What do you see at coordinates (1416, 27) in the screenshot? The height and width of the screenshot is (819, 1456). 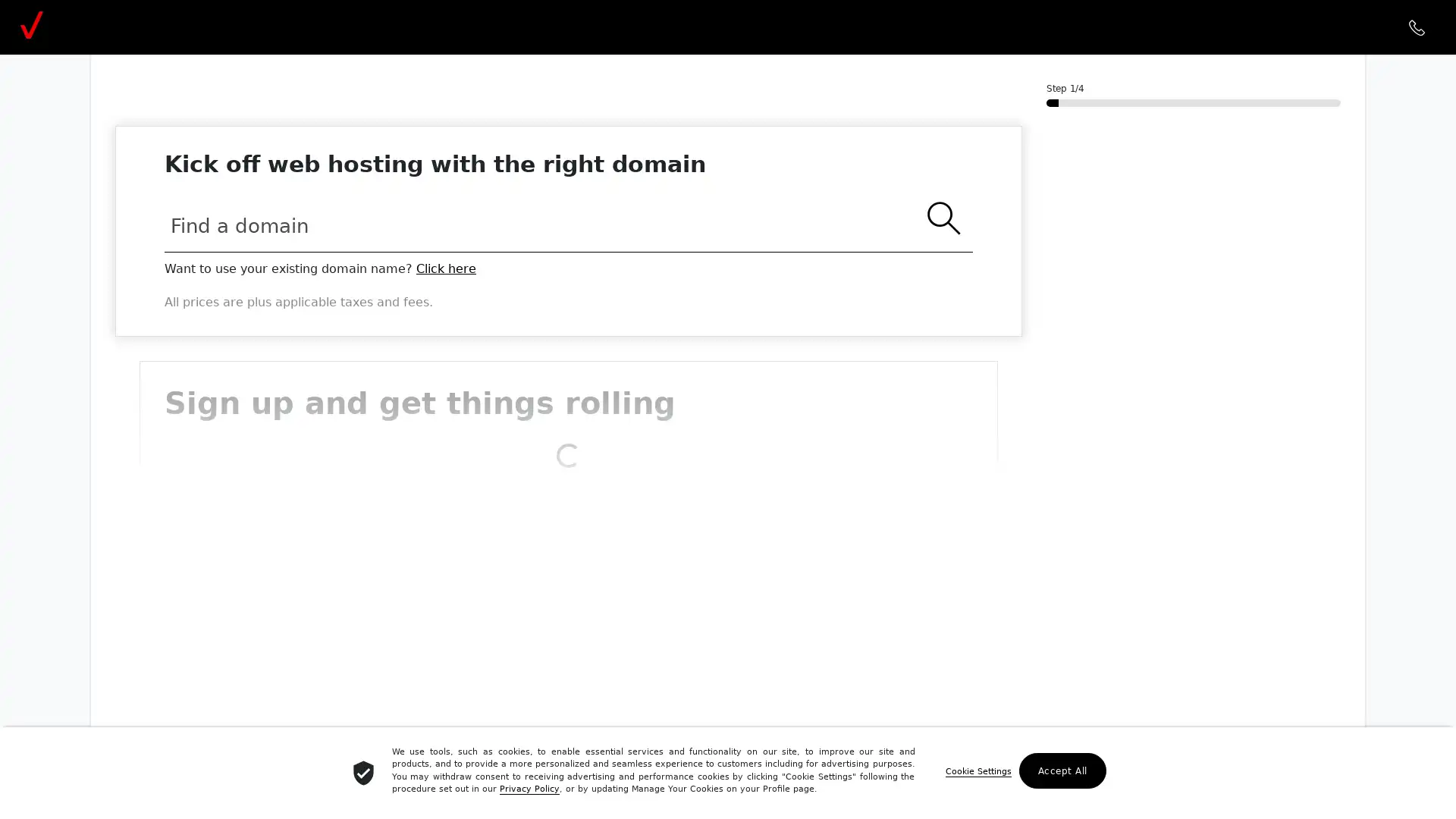 I see `call` at bounding box center [1416, 27].